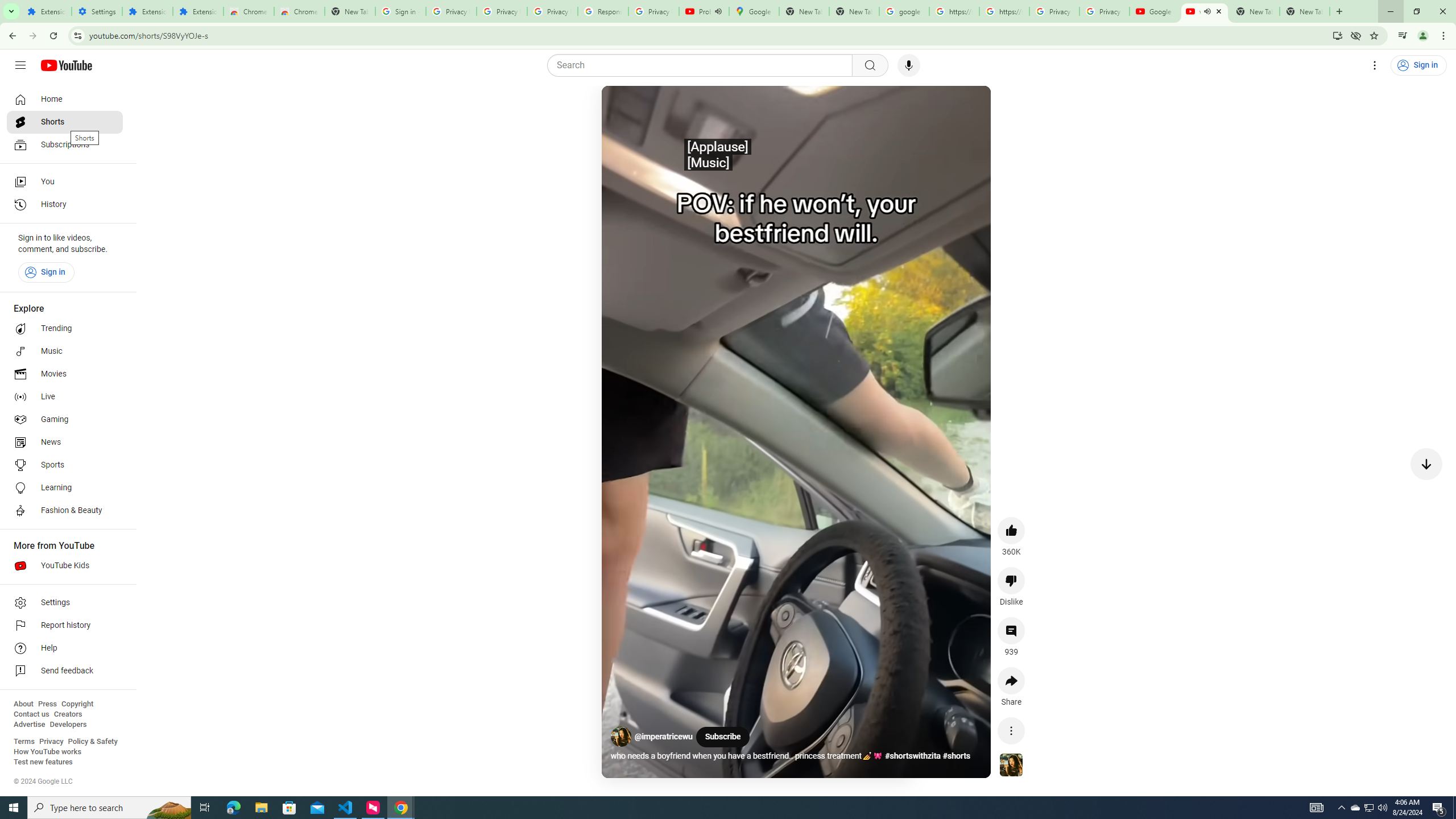  What do you see at coordinates (1426, 464) in the screenshot?
I see `'Next video'` at bounding box center [1426, 464].